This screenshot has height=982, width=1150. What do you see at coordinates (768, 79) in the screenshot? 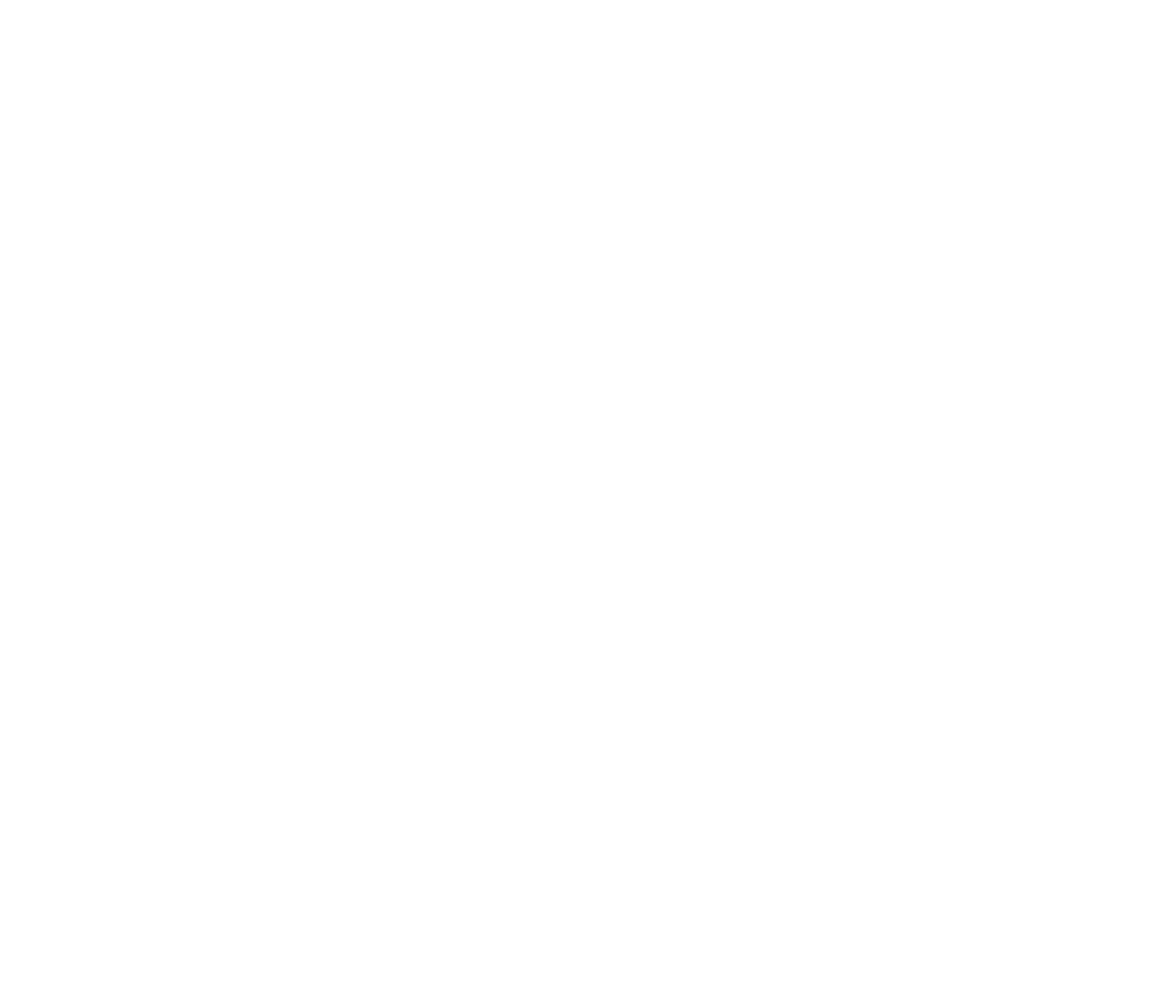
I see `'Chausson 660 Exclusive Line'` at bounding box center [768, 79].